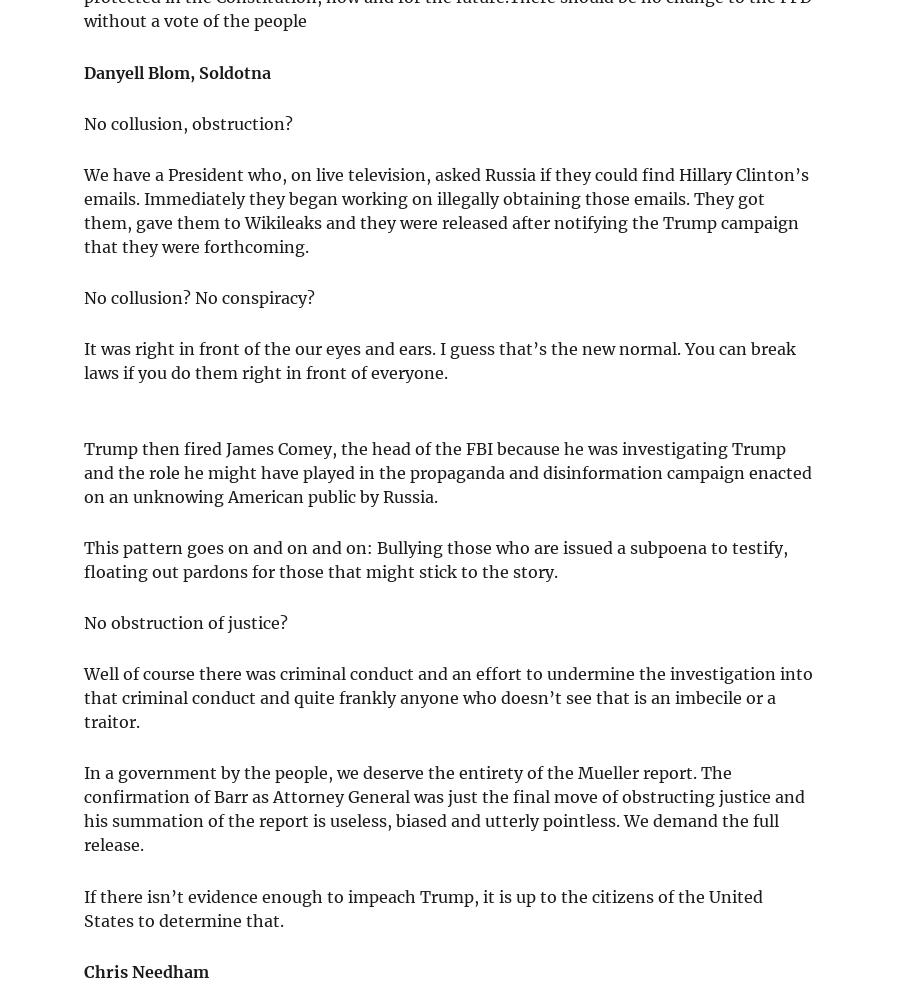 This screenshot has width=900, height=990. What do you see at coordinates (177, 71) in the screenshot?
I see `'Danyell Blom, Soldotna'` at bounding box center [177, 71].